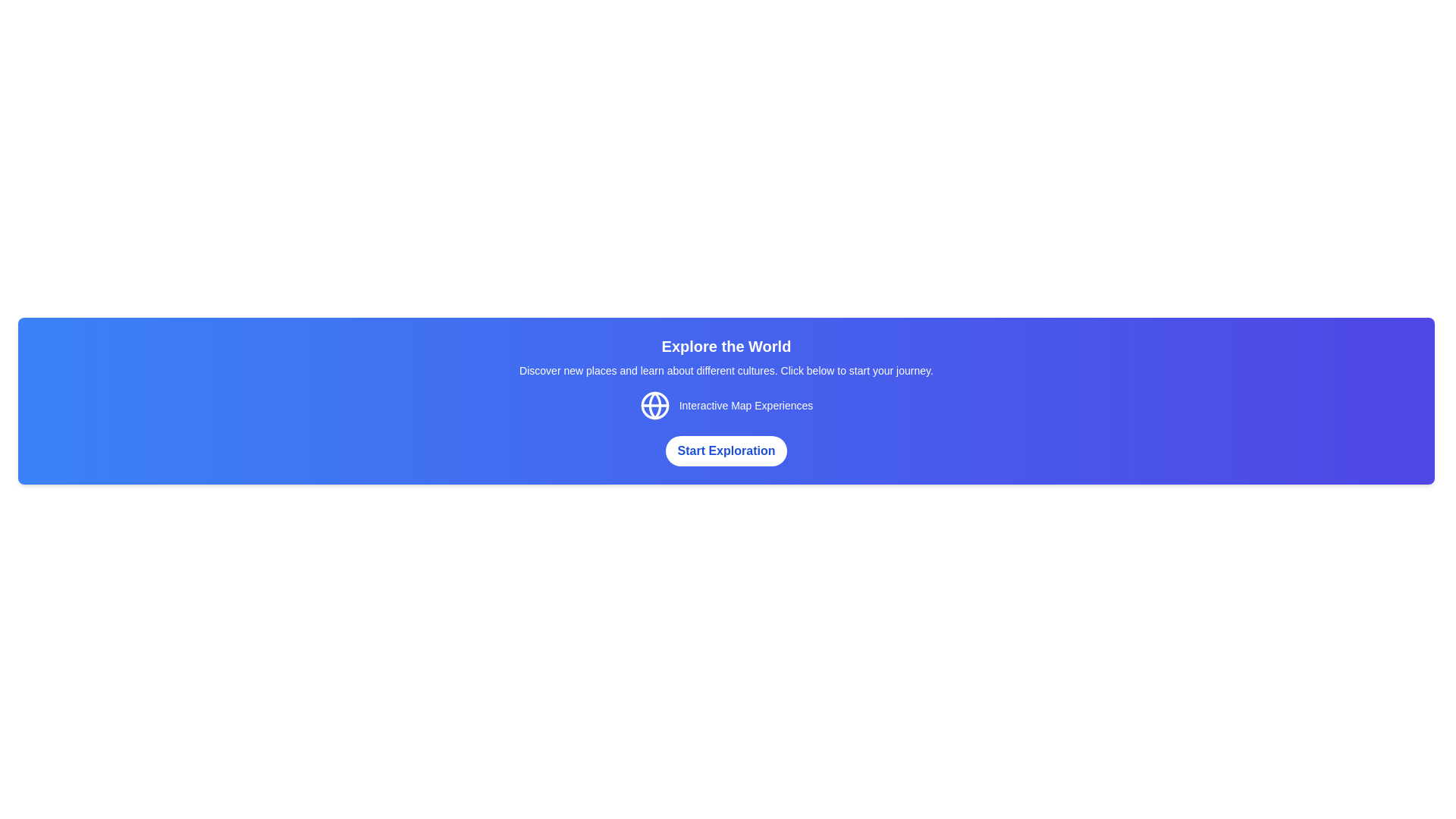  What do you see at coordinates (726, 371) in the screenshot?
I see `the Text Display that provides introductory context about exploring new places and cultures, located below the title 'Explore the World'` at bounding box center [726, 371].